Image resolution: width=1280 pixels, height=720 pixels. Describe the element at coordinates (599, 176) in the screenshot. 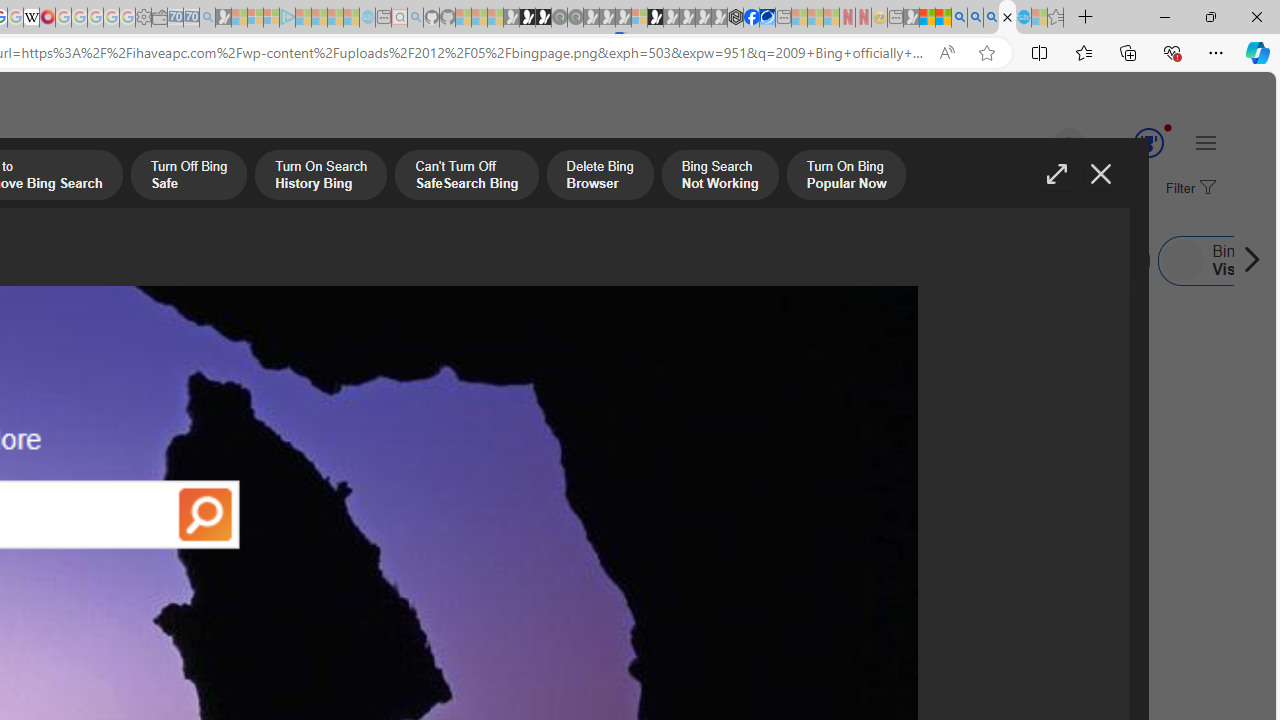

I see `'Delete Bing Browser'` at that location.